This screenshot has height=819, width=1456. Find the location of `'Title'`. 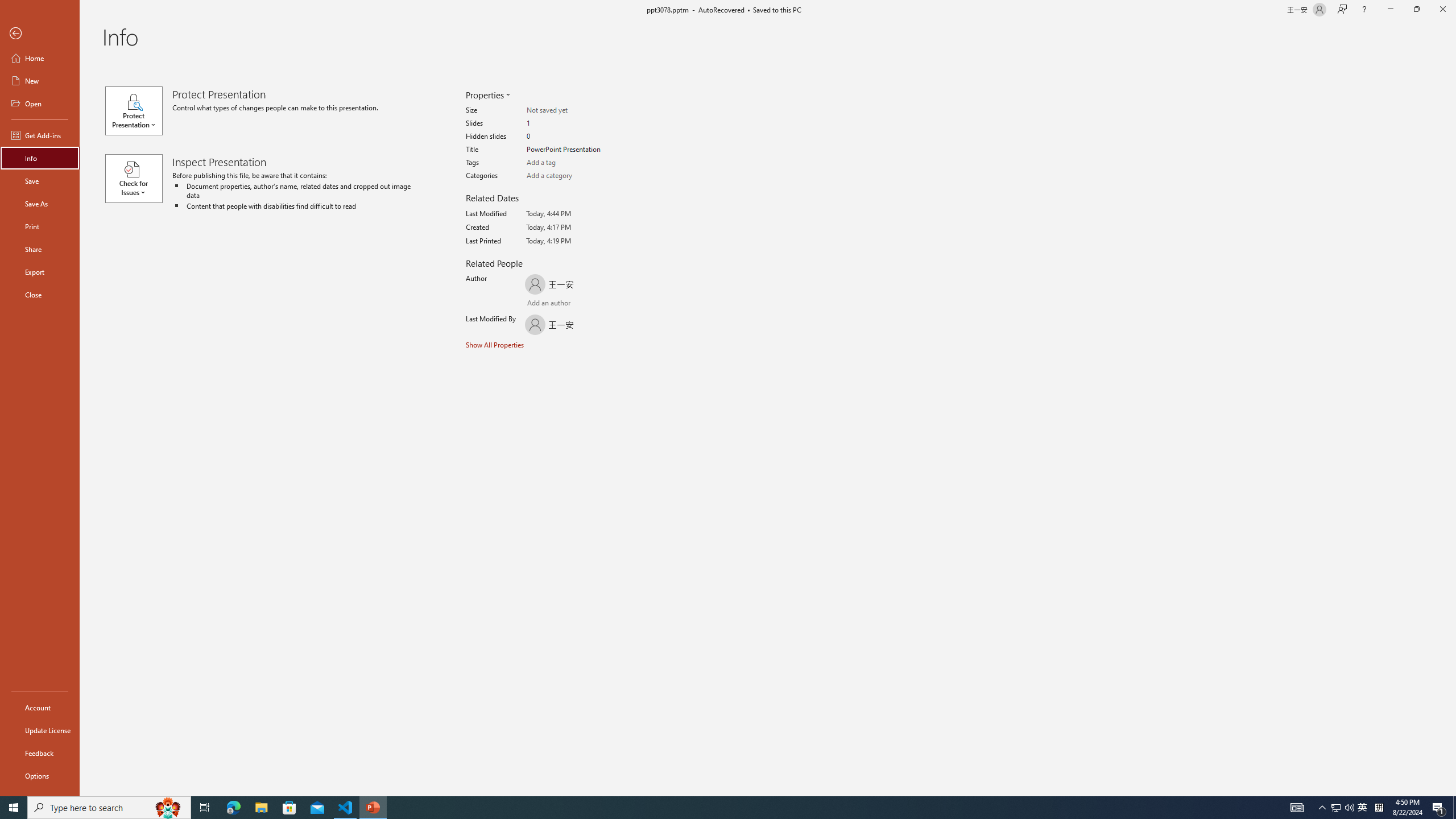

'Title' is located at coordinates (570, 150).